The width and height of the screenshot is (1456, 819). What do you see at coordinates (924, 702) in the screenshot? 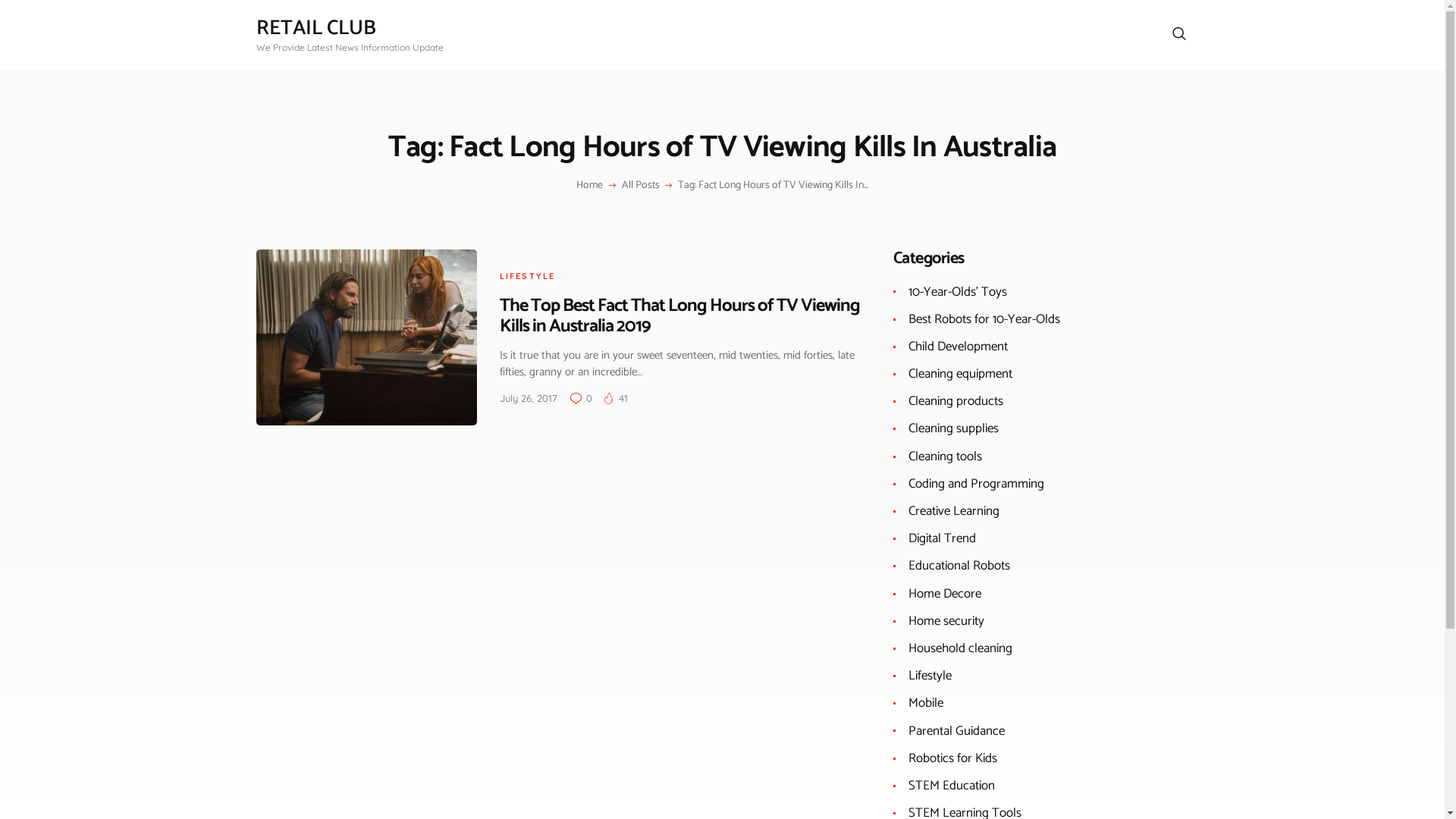
I see `'Mobile'` at bounding box center [924, 702].